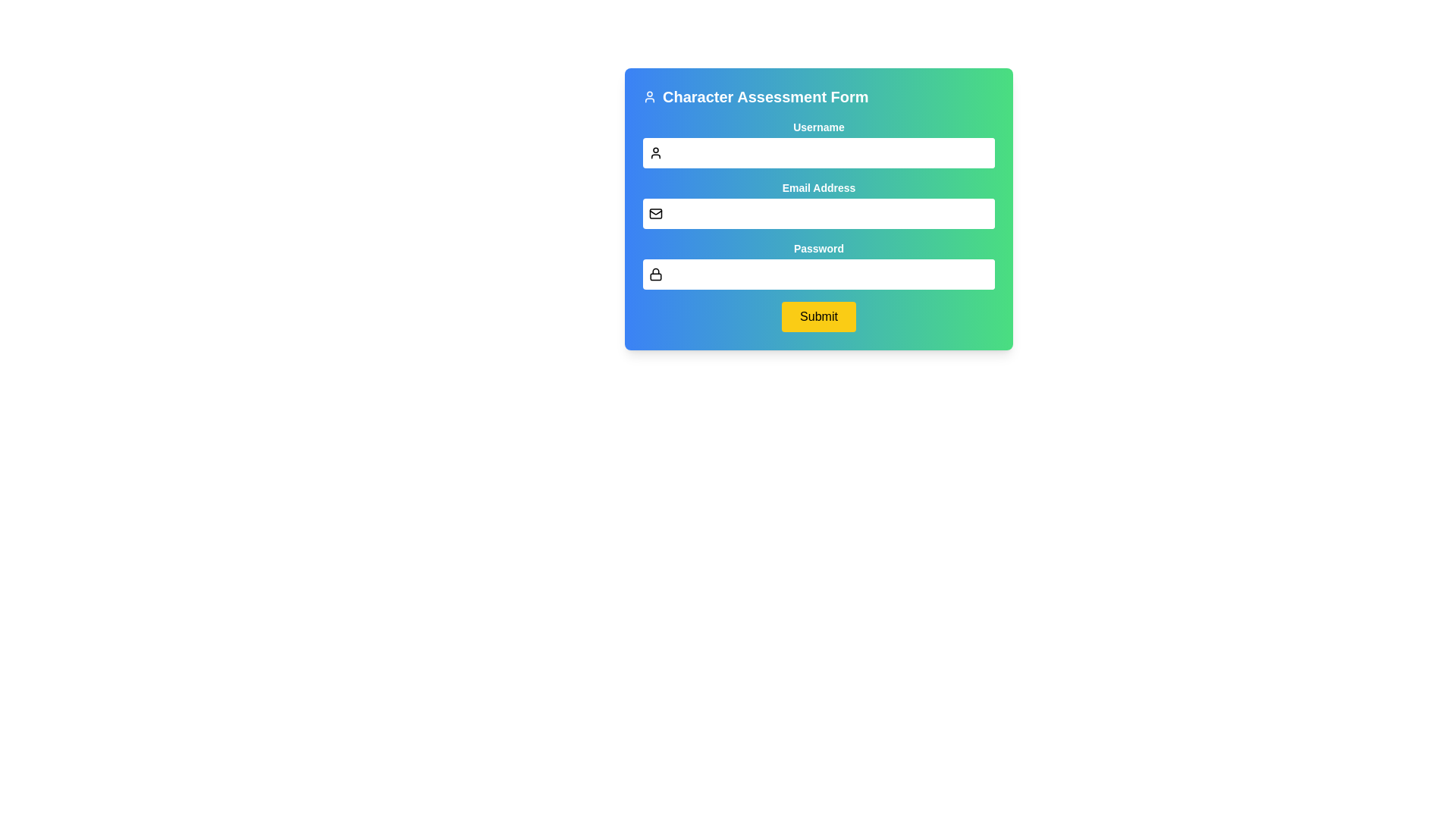  What do you see at coordinates (818, 247) in the screenshot?
I see `the 'Password' text label, which is a bold, larger font label positioned above the password input field in a vertically stacked form layout` at bounding box center [818, 247].